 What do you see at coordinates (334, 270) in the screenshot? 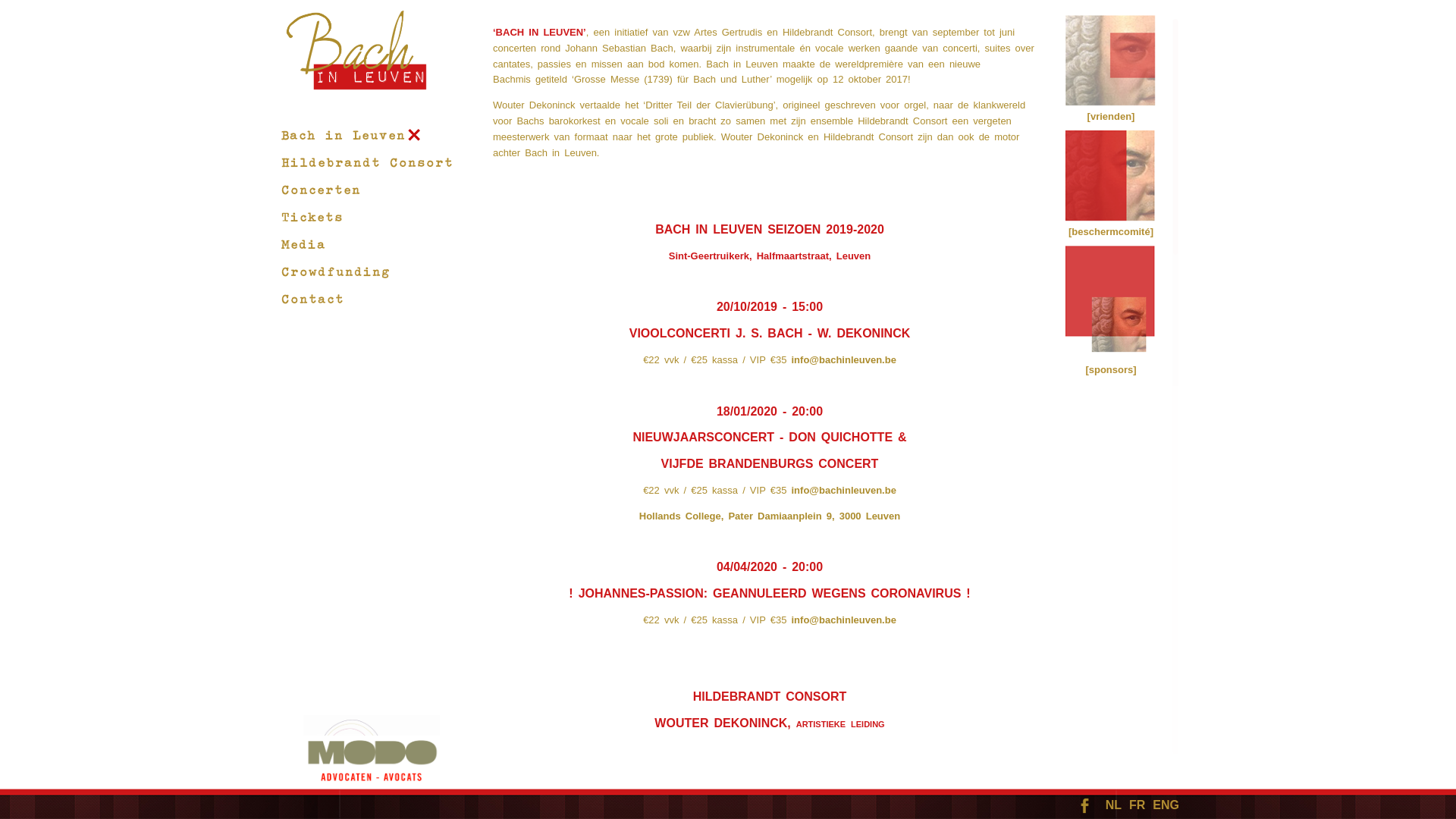
I see `'Crowdfunding'` at bounding box center [334, 270].